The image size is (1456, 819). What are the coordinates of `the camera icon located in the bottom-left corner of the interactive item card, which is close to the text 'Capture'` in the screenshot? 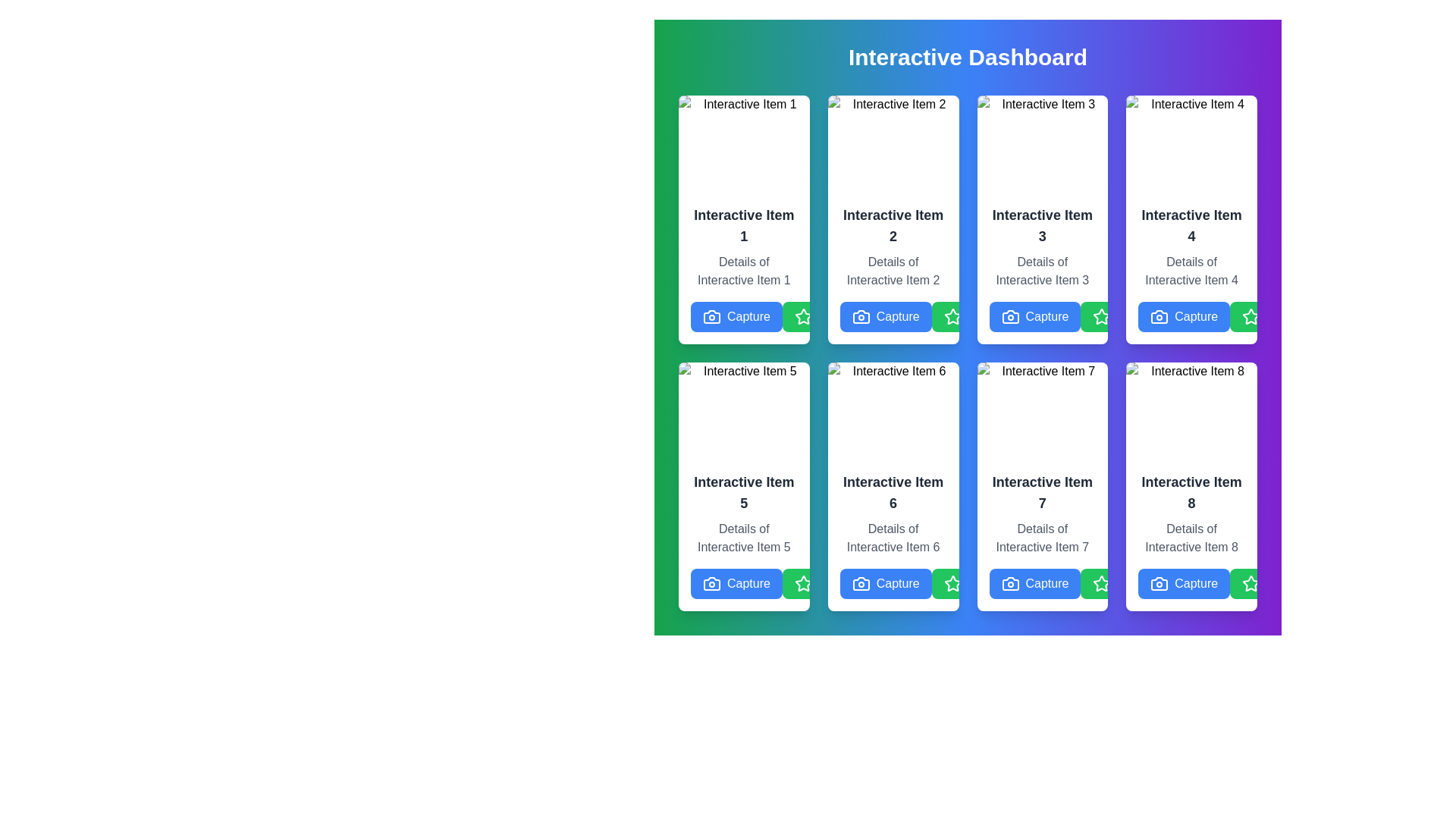 It's located at (711, 315).